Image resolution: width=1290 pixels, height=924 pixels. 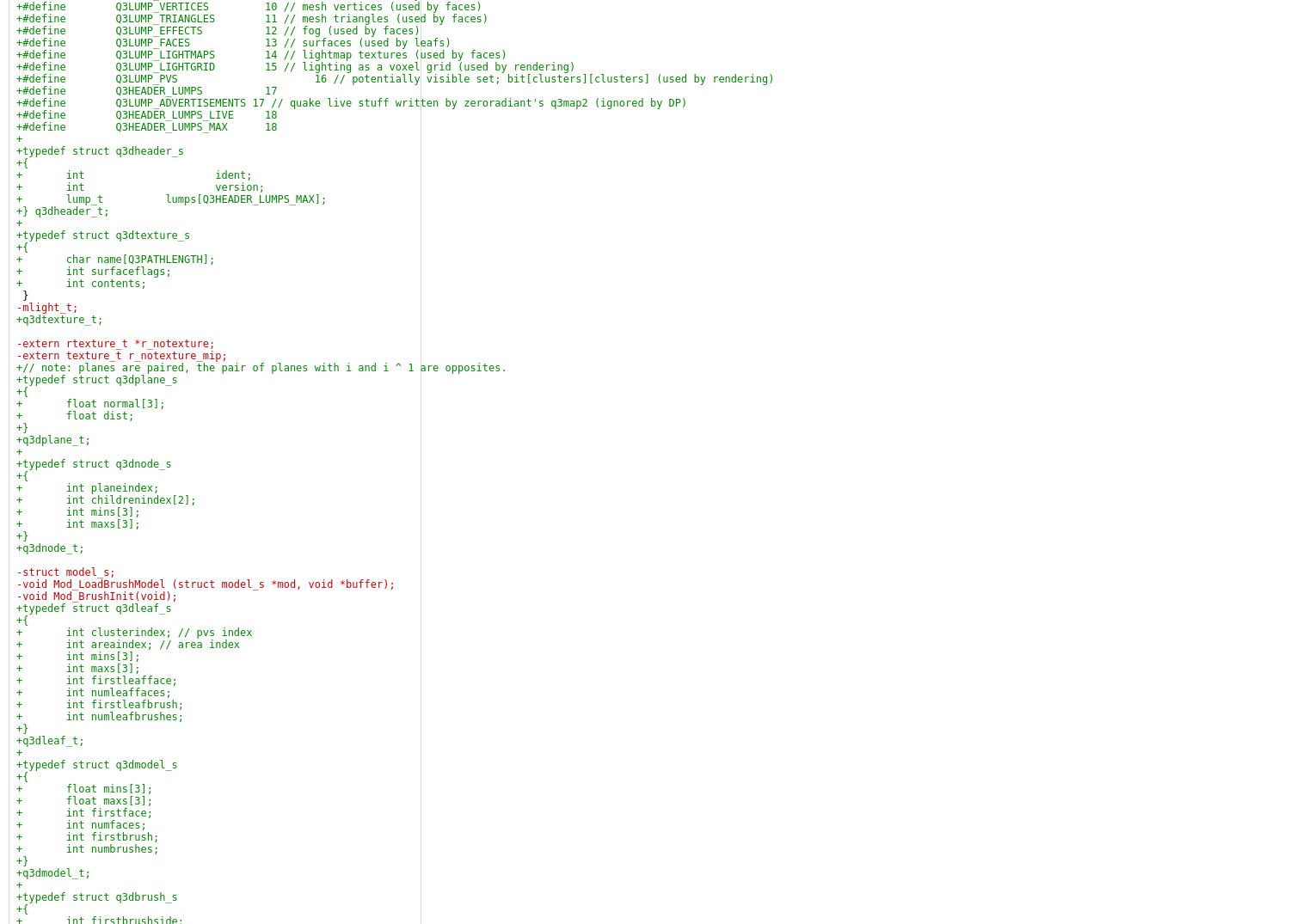 What do you see at coordinates (99, 704) in the screenshot?
I see `'+       int firstleafbrush;'` at bounding box center [99, 704].